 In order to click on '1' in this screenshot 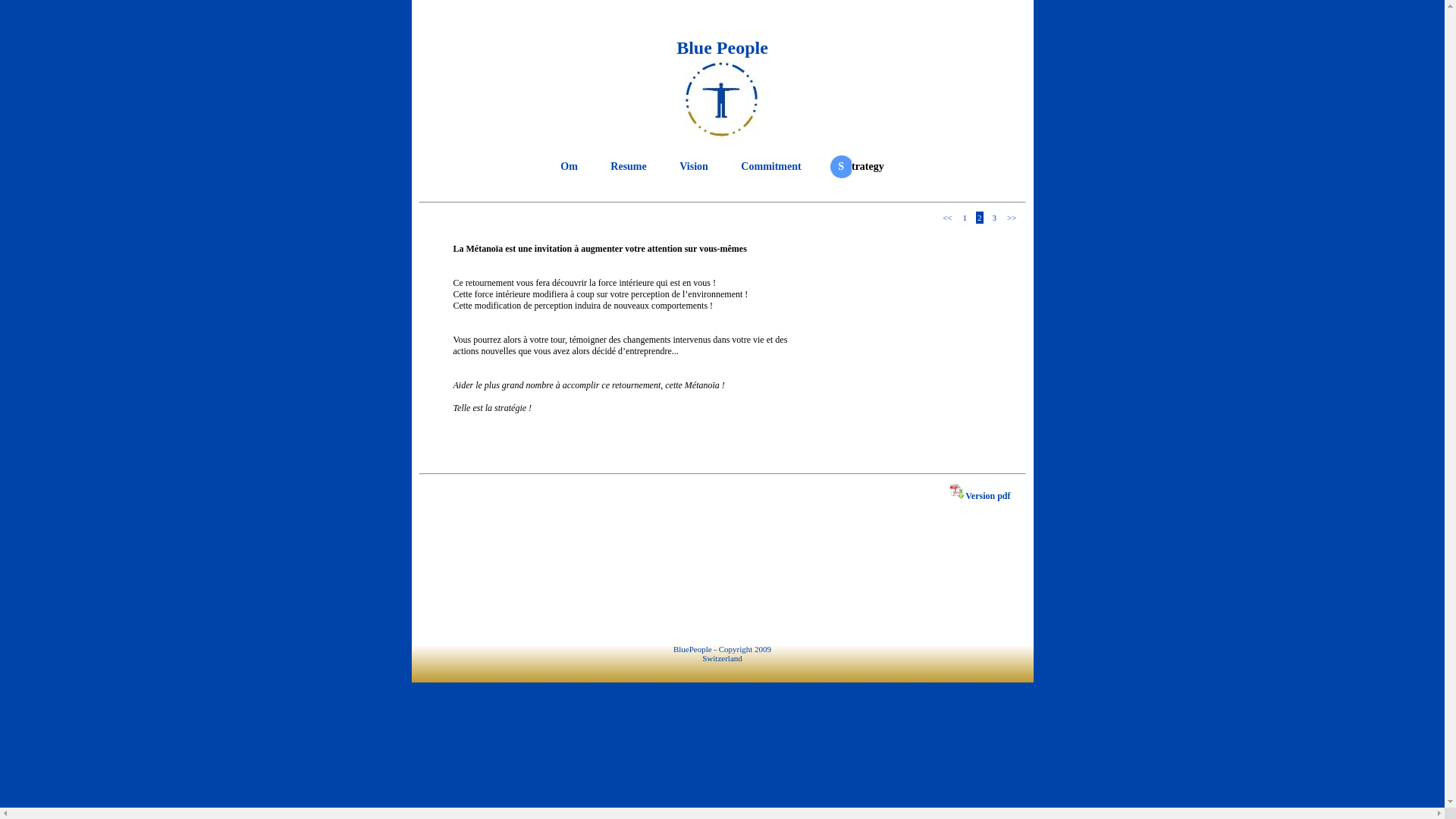, I will do `click(960, 217)`.